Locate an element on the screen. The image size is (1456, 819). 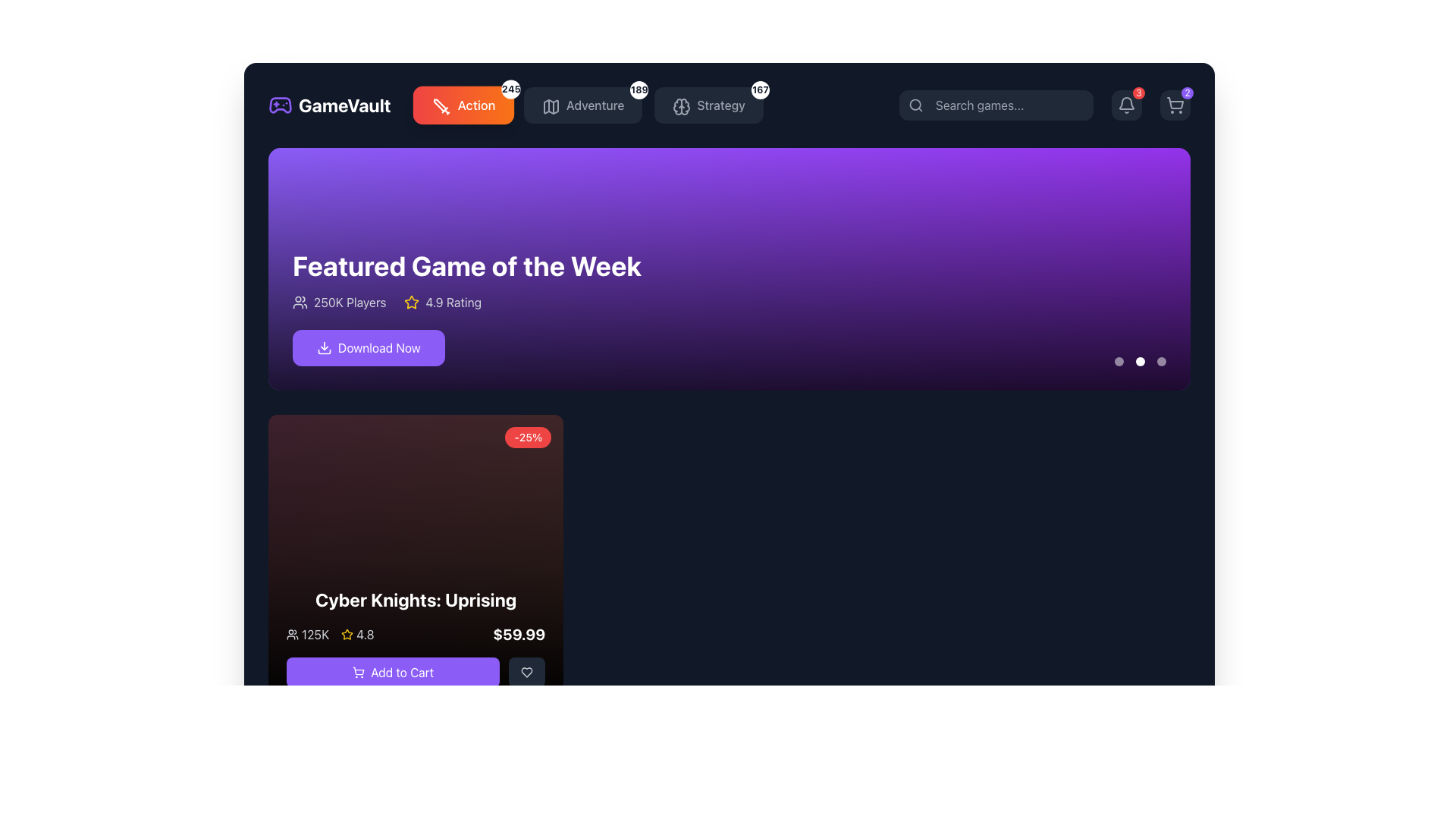
the 'Adventure' button, which is the second button in the horizontal navigation bar is located at coordinates (582, 104).